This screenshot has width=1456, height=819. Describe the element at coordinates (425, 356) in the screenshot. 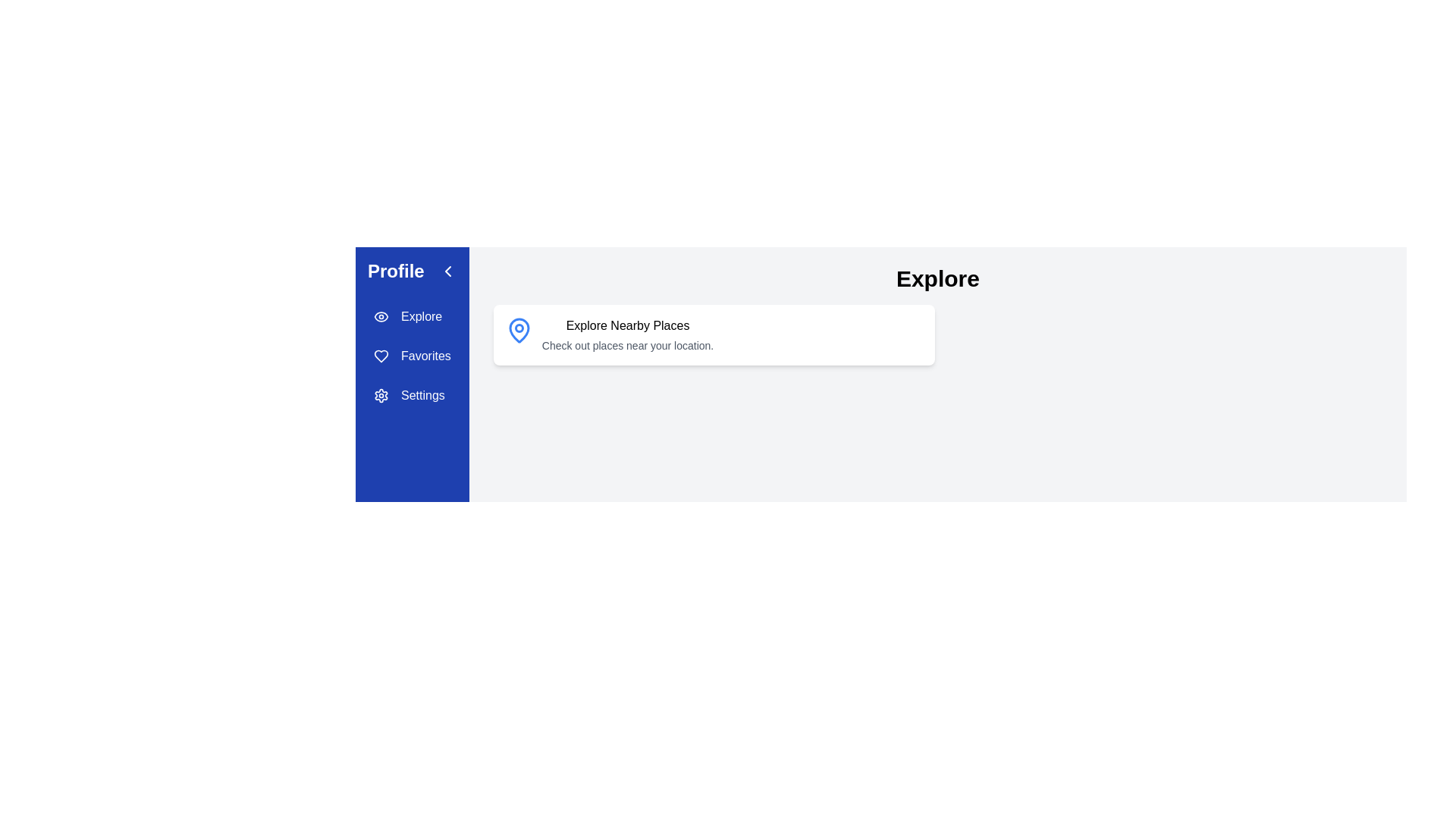

I see `the 'Favorites' menu label` at that location.